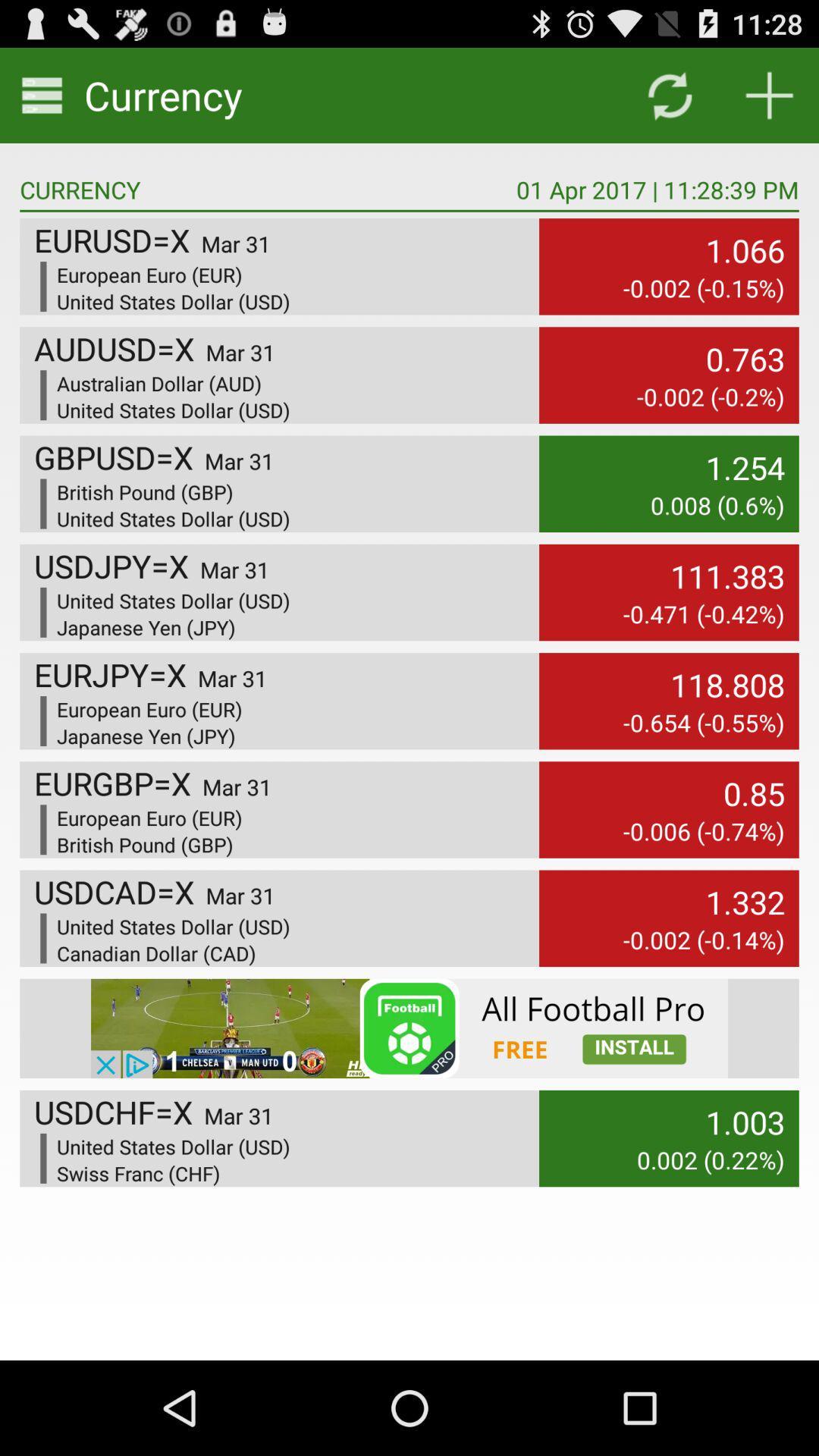 The image size is (819, 1456). What do you see at coordinates (409, 1028) in the screenshot?
I see `advertisement` at bounding box center [409, 1028].